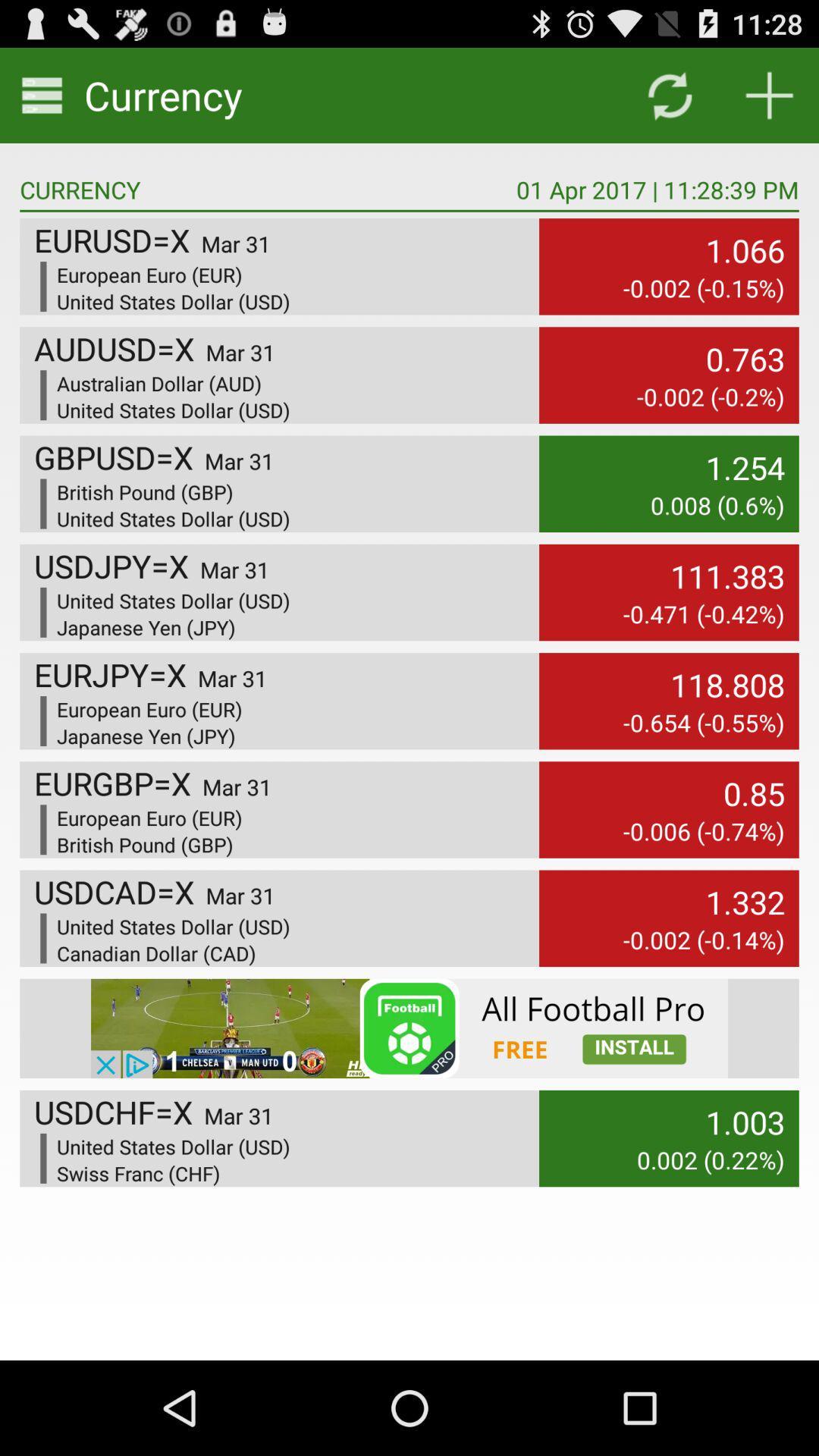 The image size is (819, 1456). What do you see at coordinates (409, 1028) in the screenshot?
I see `advertisement` at bounding box center [409, 1028].